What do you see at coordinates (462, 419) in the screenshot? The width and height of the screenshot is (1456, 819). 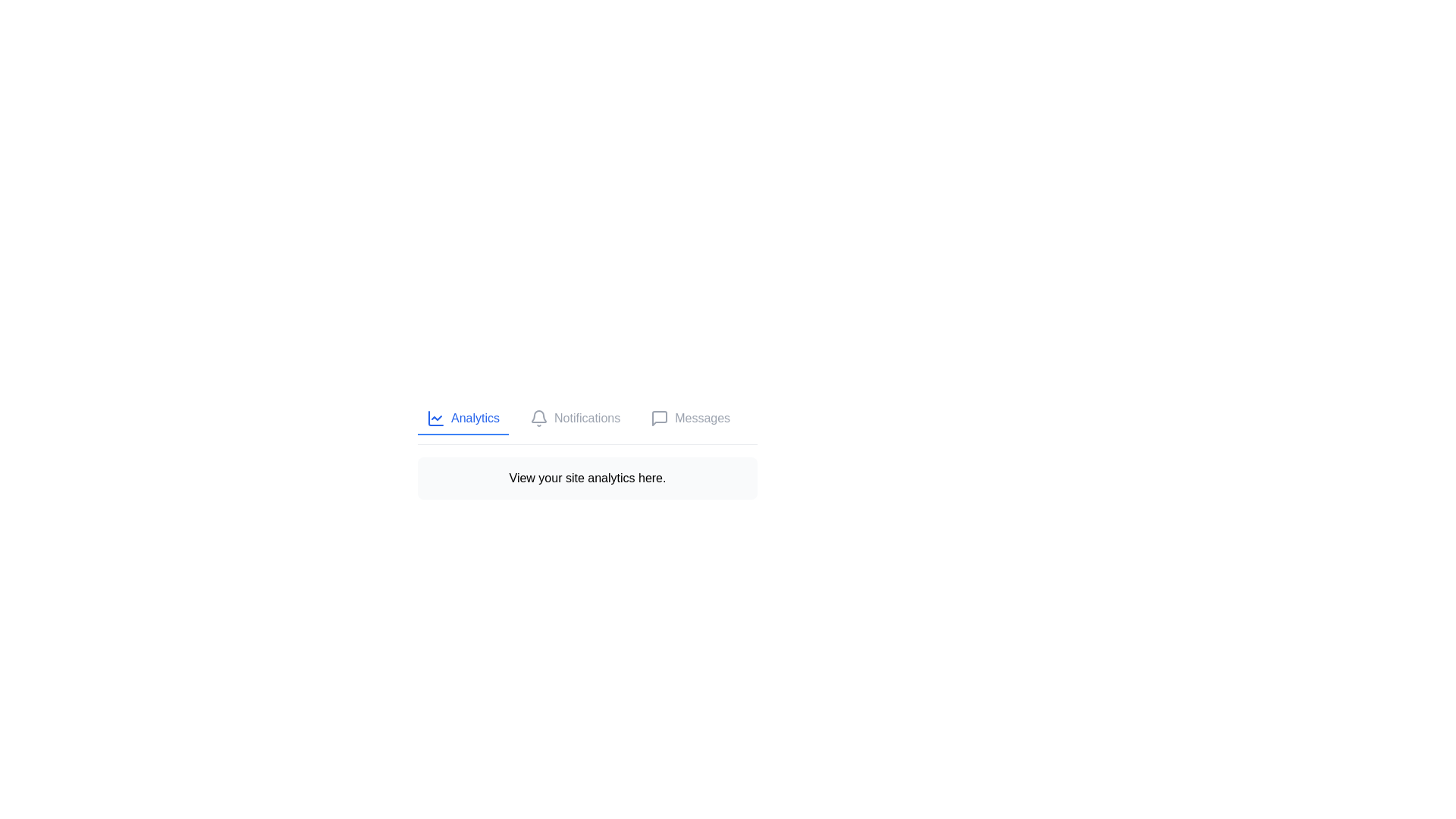 I see `the Analytics tab by clicking on its button` at bounding box center [462, 419].